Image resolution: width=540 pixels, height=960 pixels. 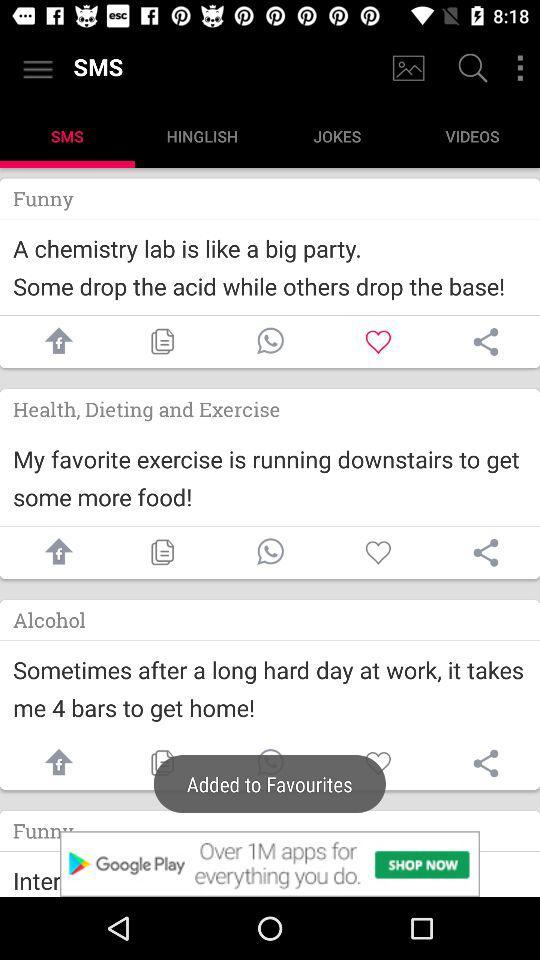 I want to click on like option, so click(x=378, y=341).